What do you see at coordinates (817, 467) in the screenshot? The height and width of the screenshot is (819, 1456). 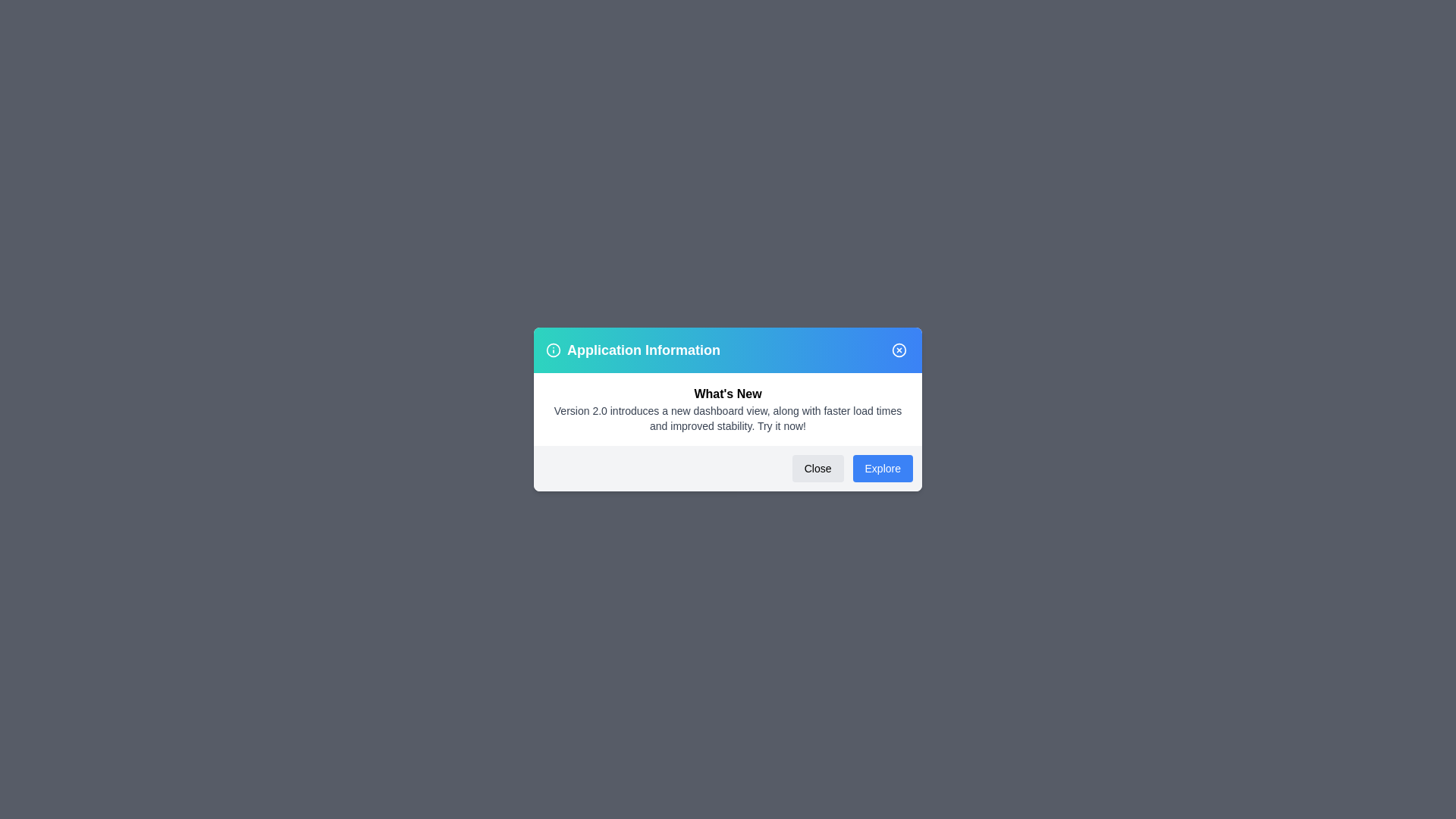 I see `the 'Close' button in the footer of the dialog` at bounding box center [817, 467].